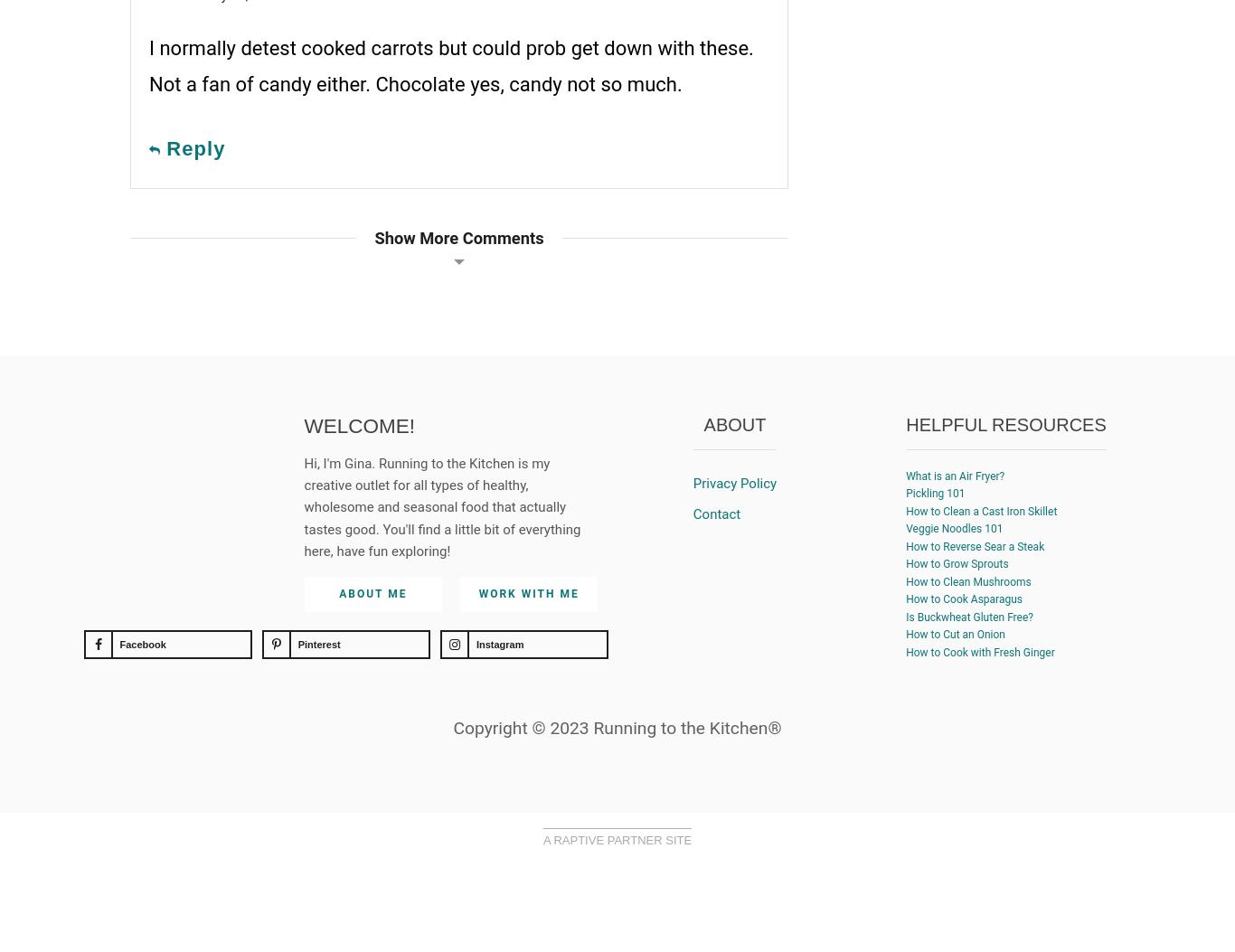  Describe the element at coordinates (616, 728) in the screenshot. I see `'Copyright © 2023 Running to the Kitchen®'` at that location.